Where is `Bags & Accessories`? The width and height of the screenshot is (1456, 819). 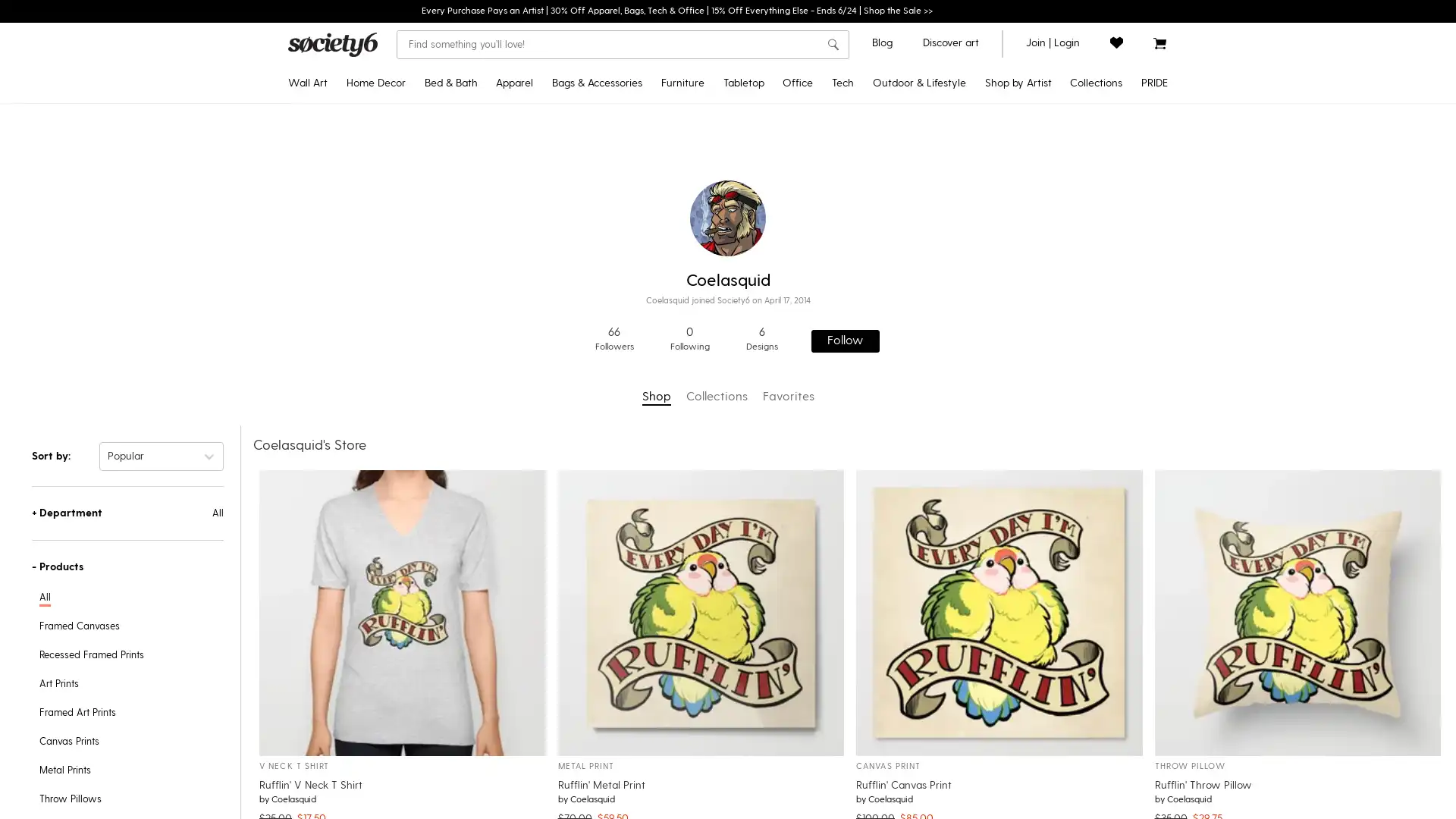 Bags & Accessories is located at coordinates (596, 83).